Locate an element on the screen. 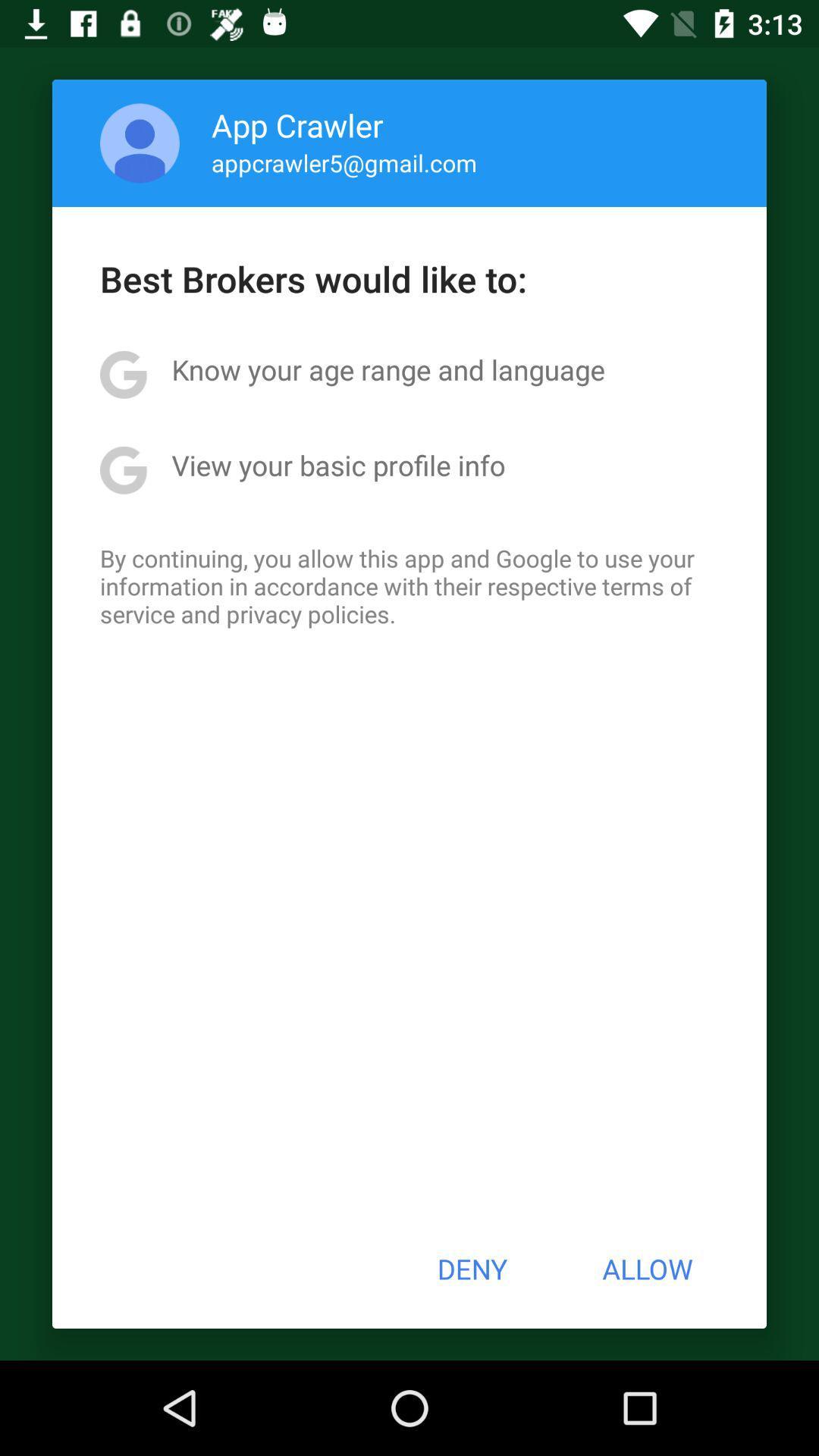 This screenshot has height=1456, width=819. the item next to the app crawler app is located at coordinates (140, 143).